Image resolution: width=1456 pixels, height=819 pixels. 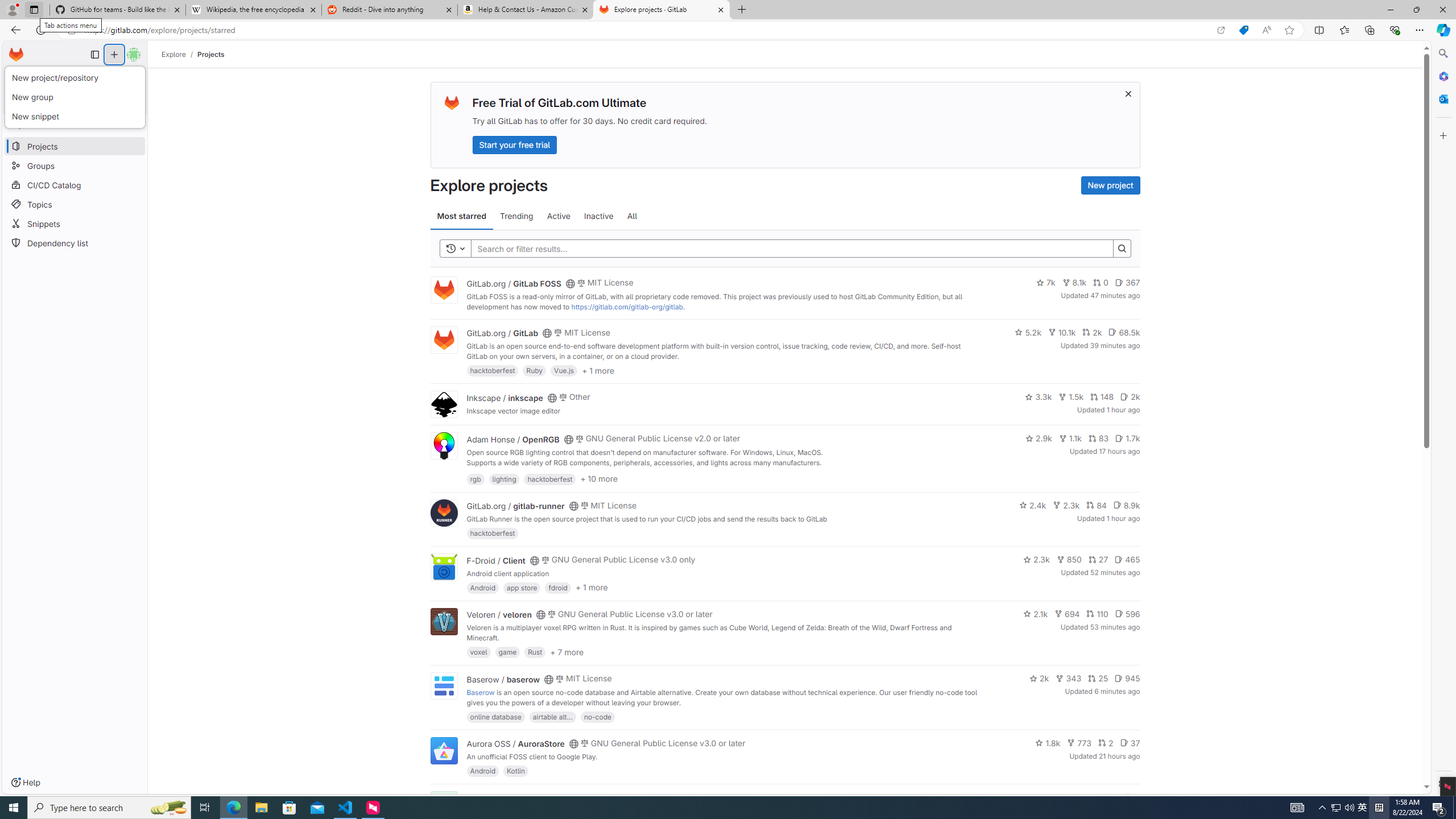 What do you see at coordinates (512, 438) in the screenshot?
I see `'Adam Honse / OpenRGB'` at bounding box center [512, 438].